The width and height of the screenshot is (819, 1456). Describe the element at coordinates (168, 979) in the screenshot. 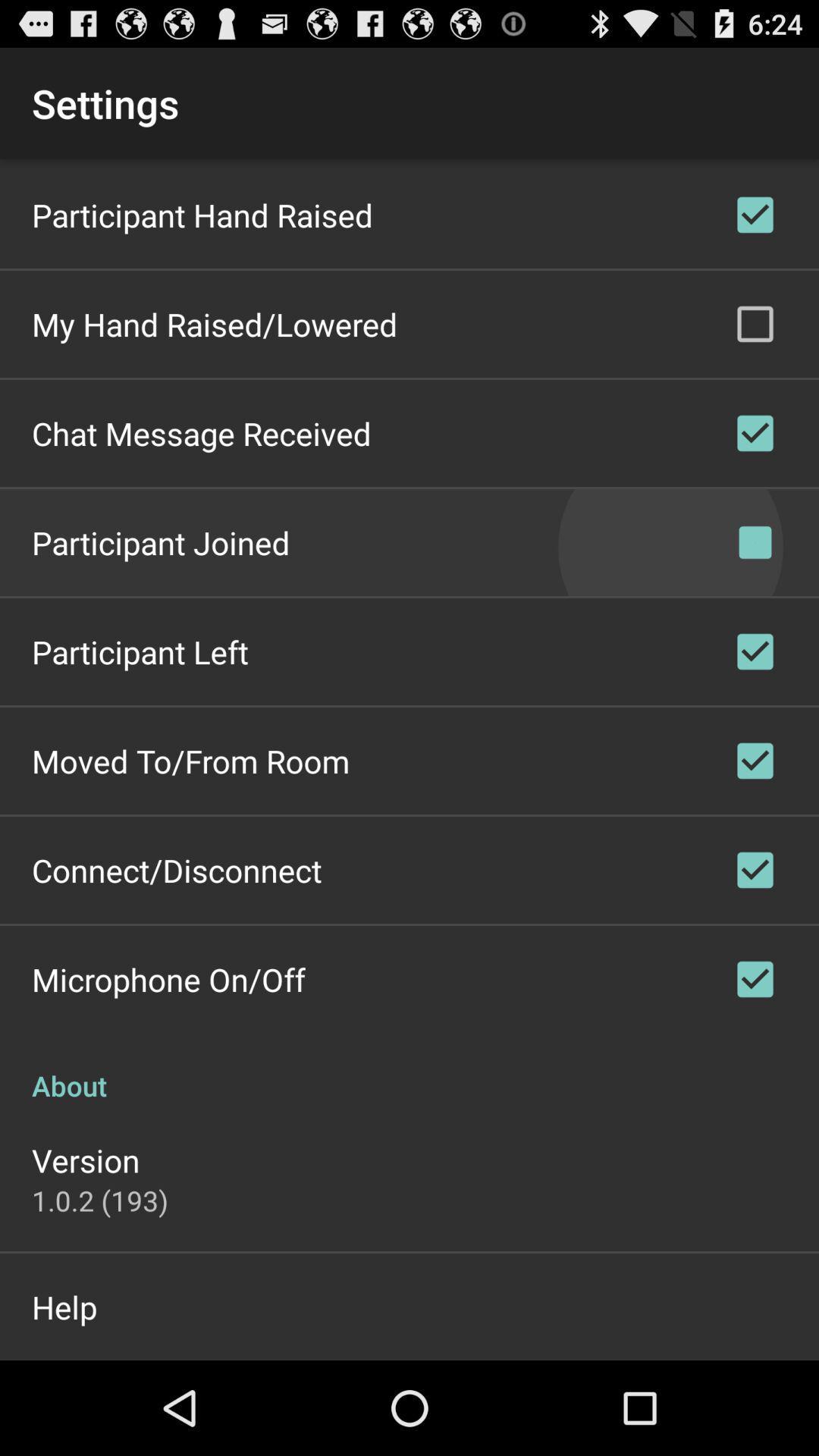

I see `the microphone on/off icon` at that location.